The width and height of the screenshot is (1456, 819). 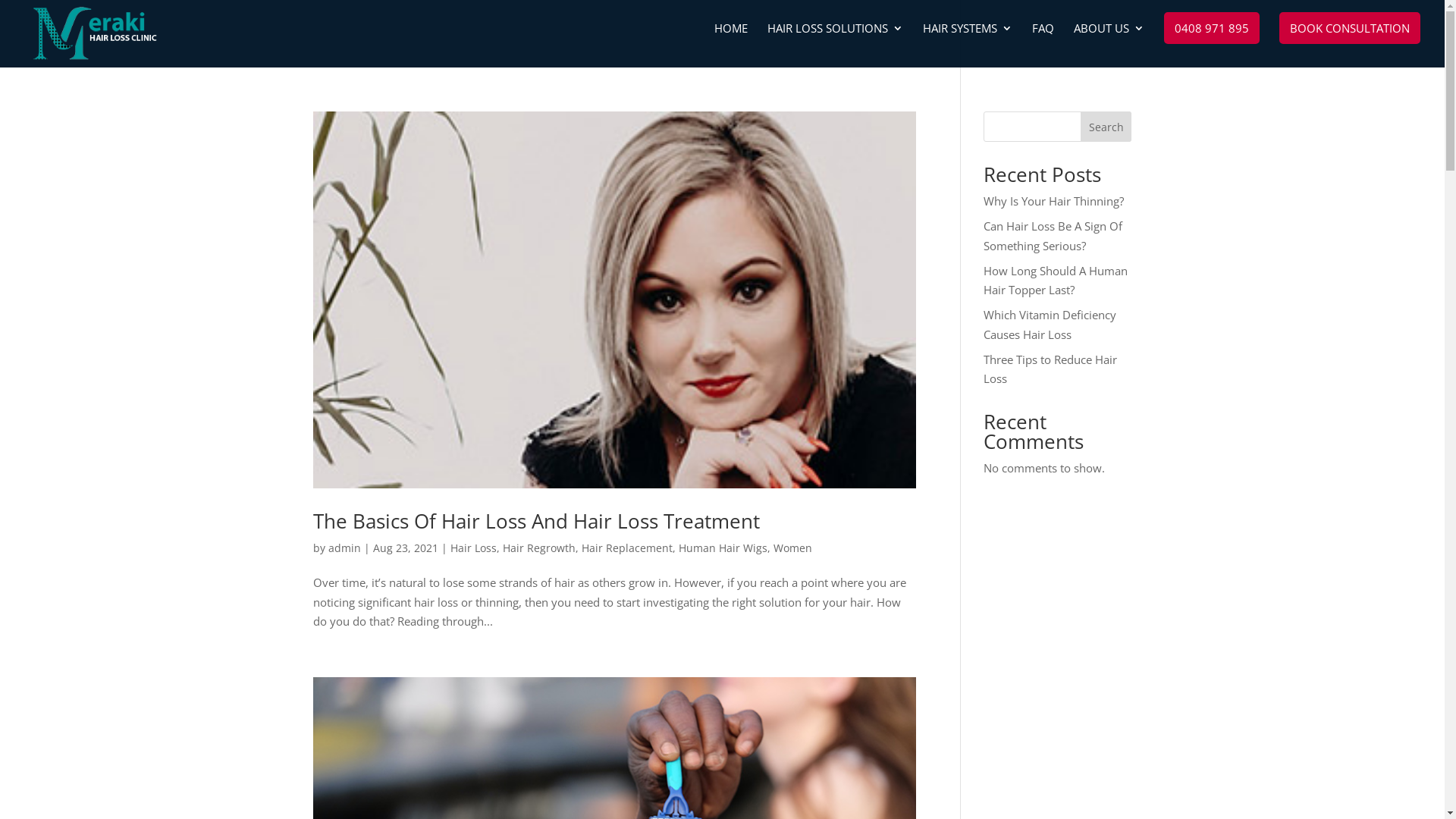 What do you see at coordinates (1049, 324) in the screenshot?
I see `'Which Vitamin Deficiency Causes Hair Loss'` at bounding box center [1049, 324].